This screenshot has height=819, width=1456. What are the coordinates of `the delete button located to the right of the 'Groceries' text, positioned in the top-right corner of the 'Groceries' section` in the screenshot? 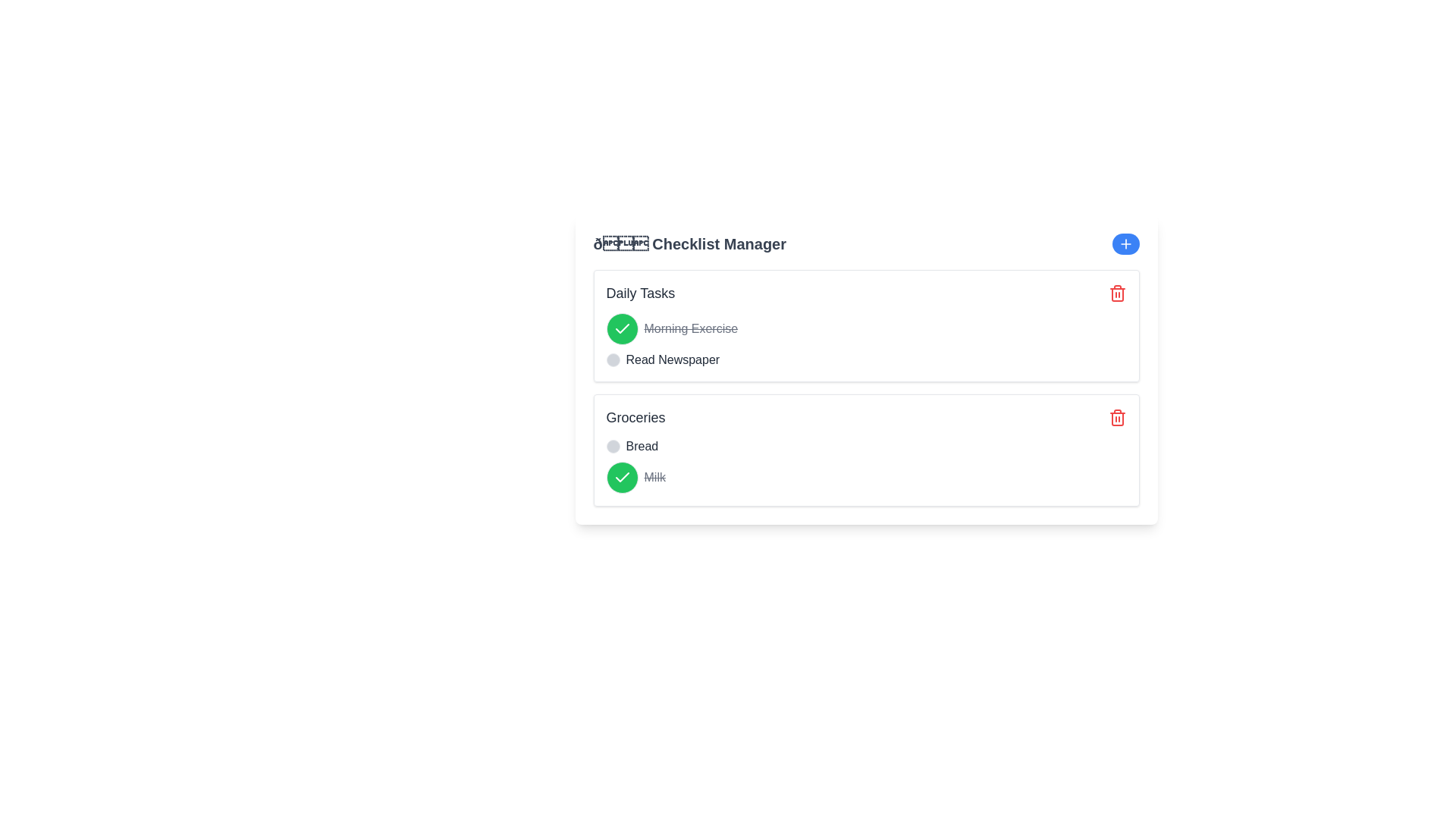 It's located at (1117, 418).